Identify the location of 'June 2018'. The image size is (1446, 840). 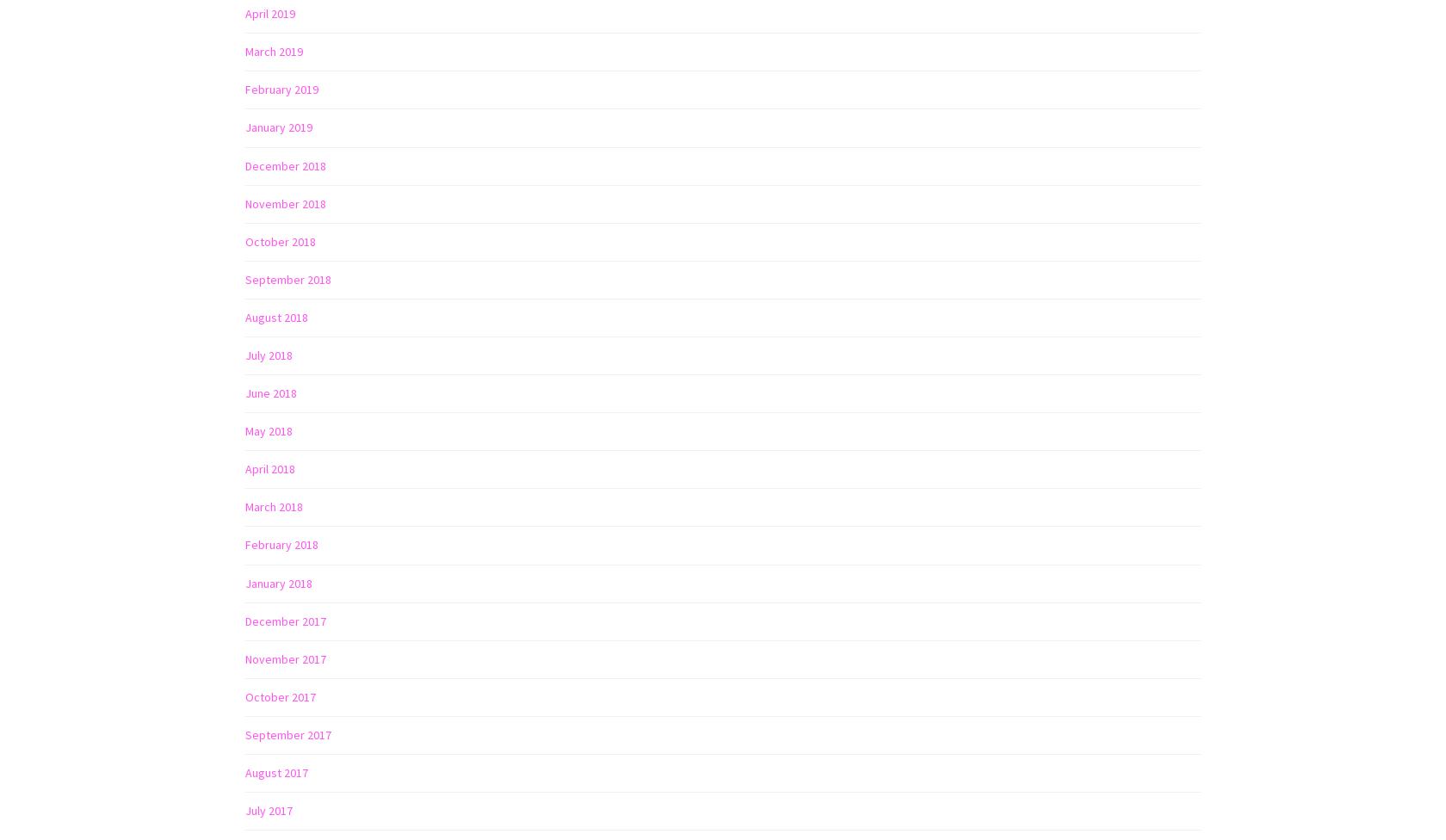
(271, 392).